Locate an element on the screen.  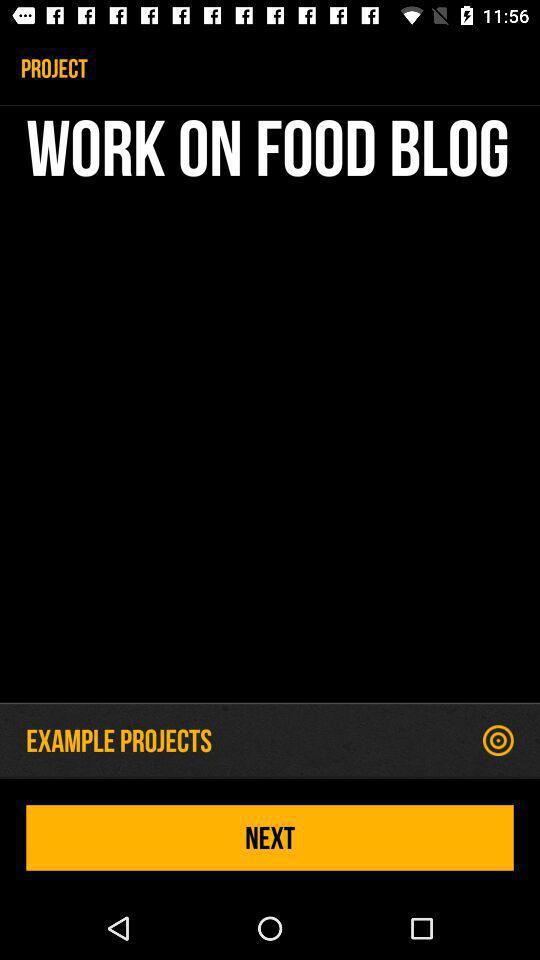
item below example projects item is located at coordinates (270, 837).